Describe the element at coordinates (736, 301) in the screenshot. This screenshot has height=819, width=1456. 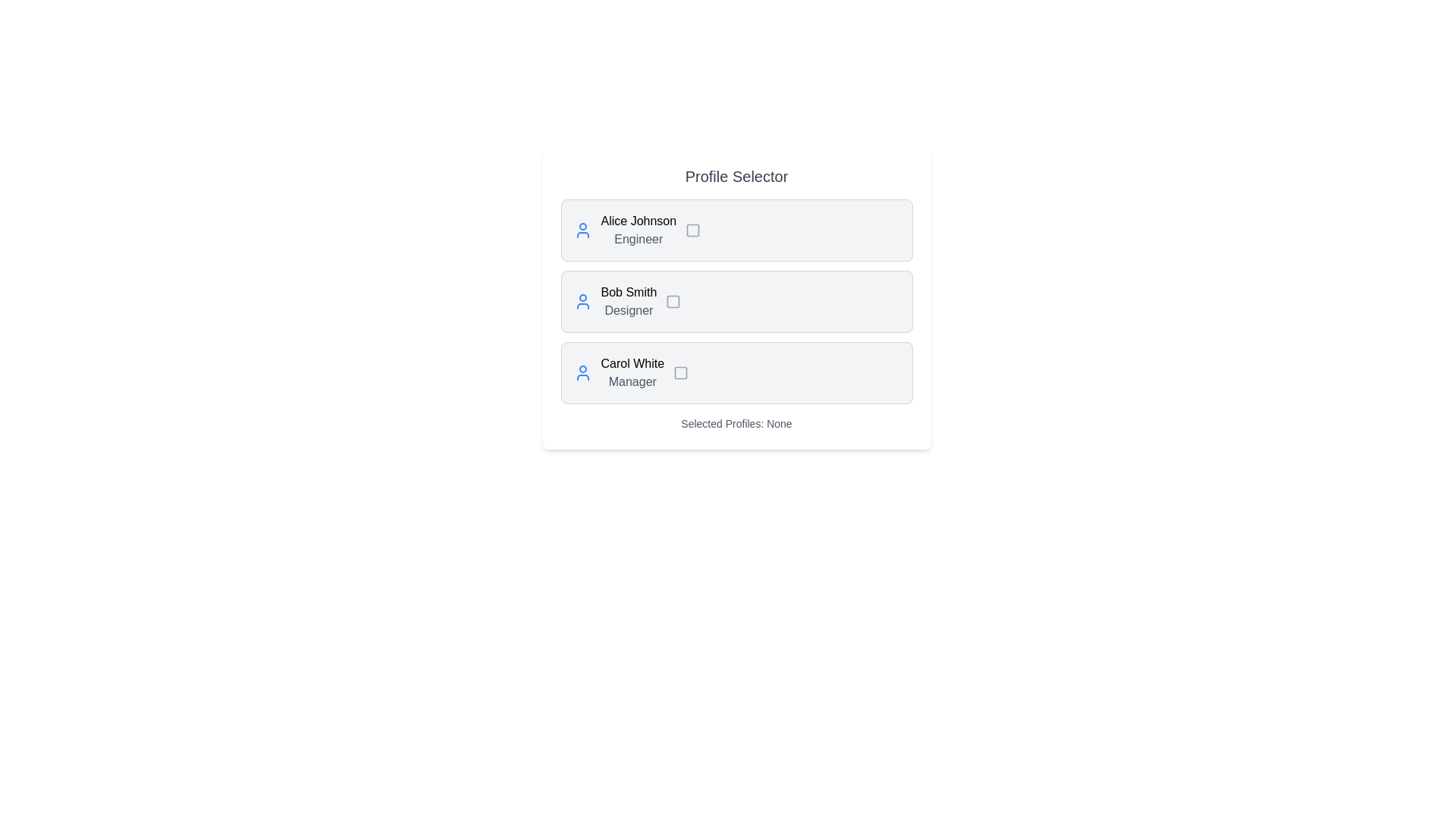
I see `the profile card corresponding to Bob Smith` at that location.